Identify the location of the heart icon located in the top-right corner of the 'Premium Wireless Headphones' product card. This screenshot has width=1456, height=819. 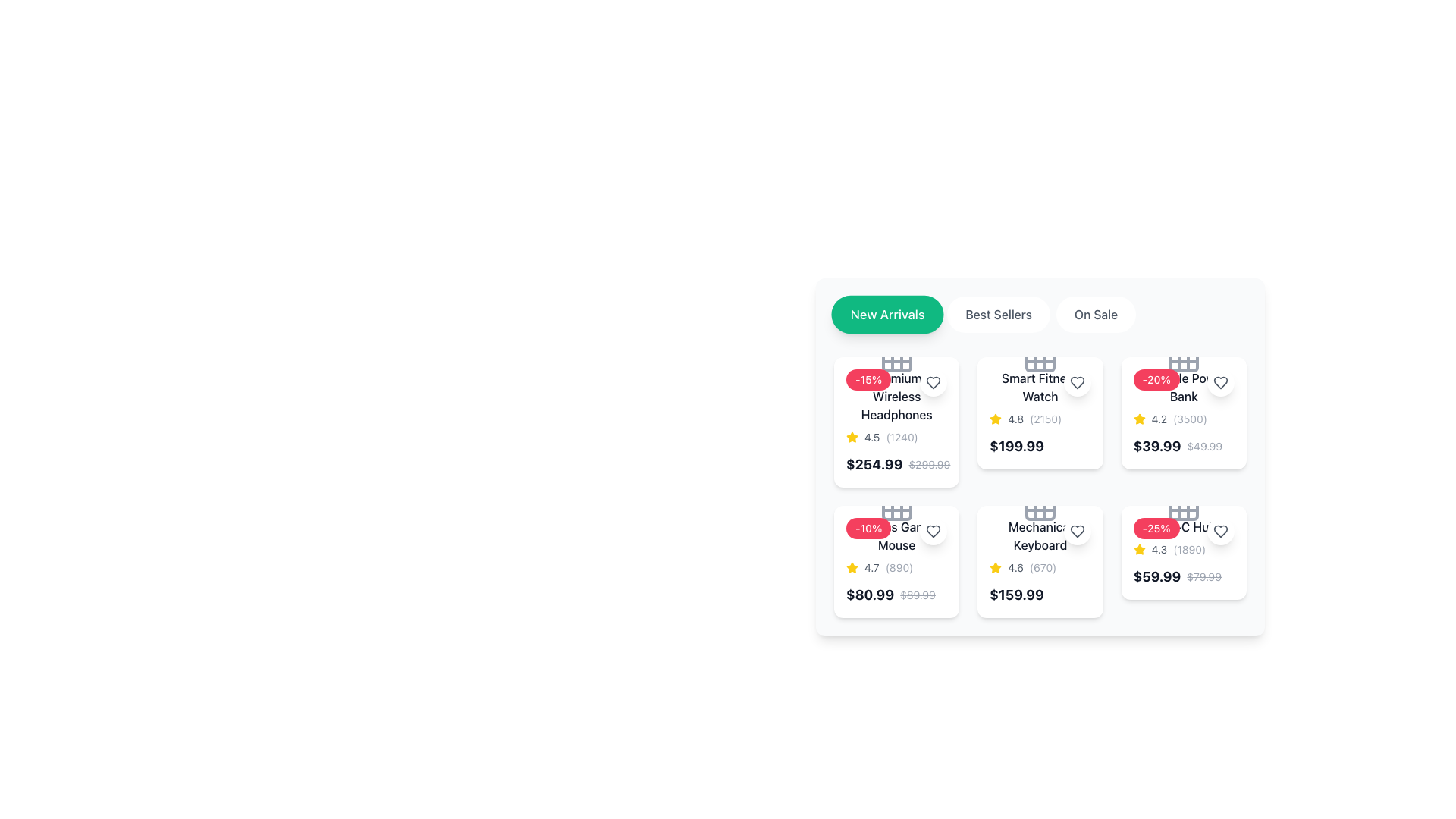
(933, 531).